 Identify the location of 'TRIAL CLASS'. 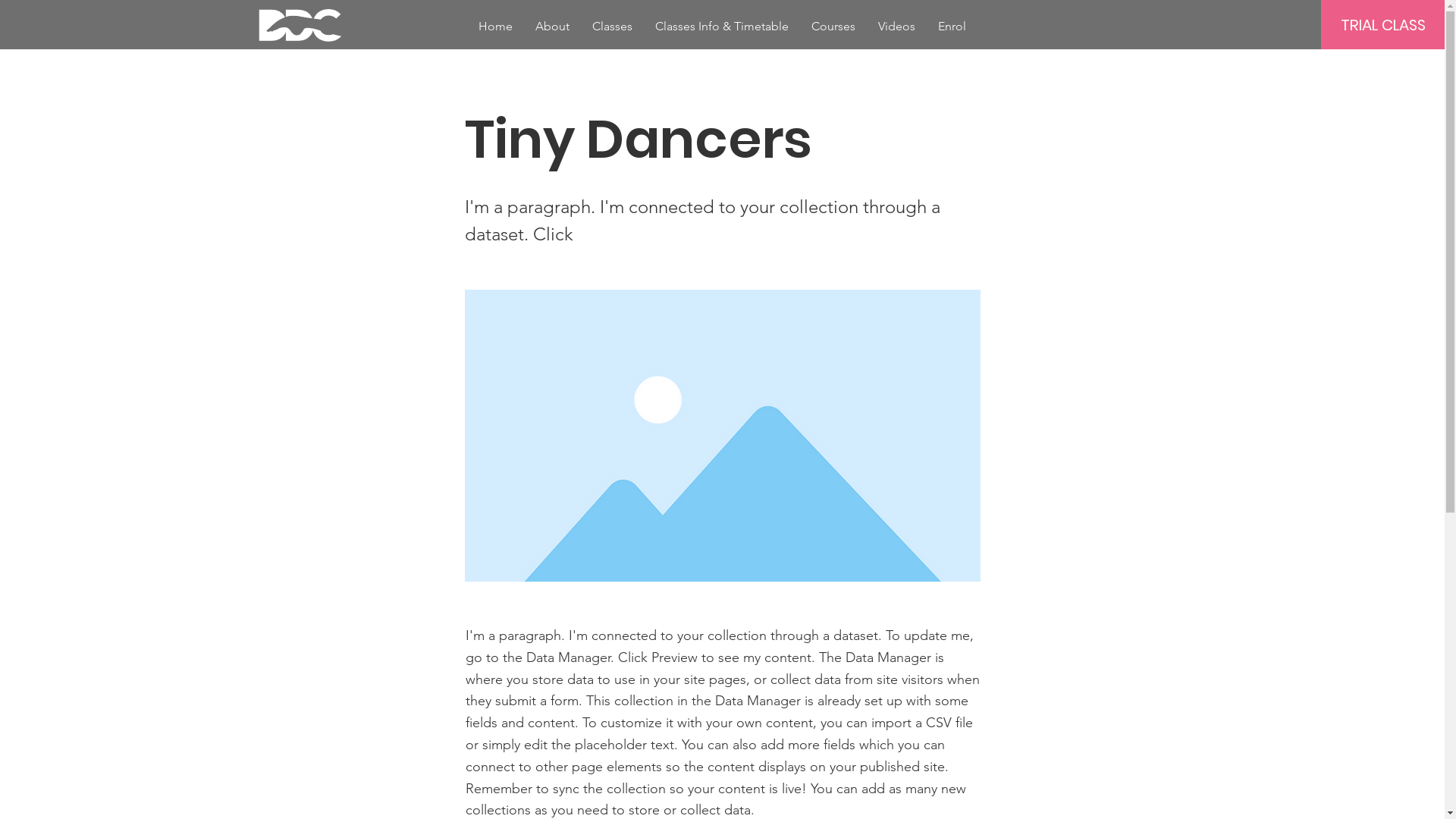
(1382, 24).